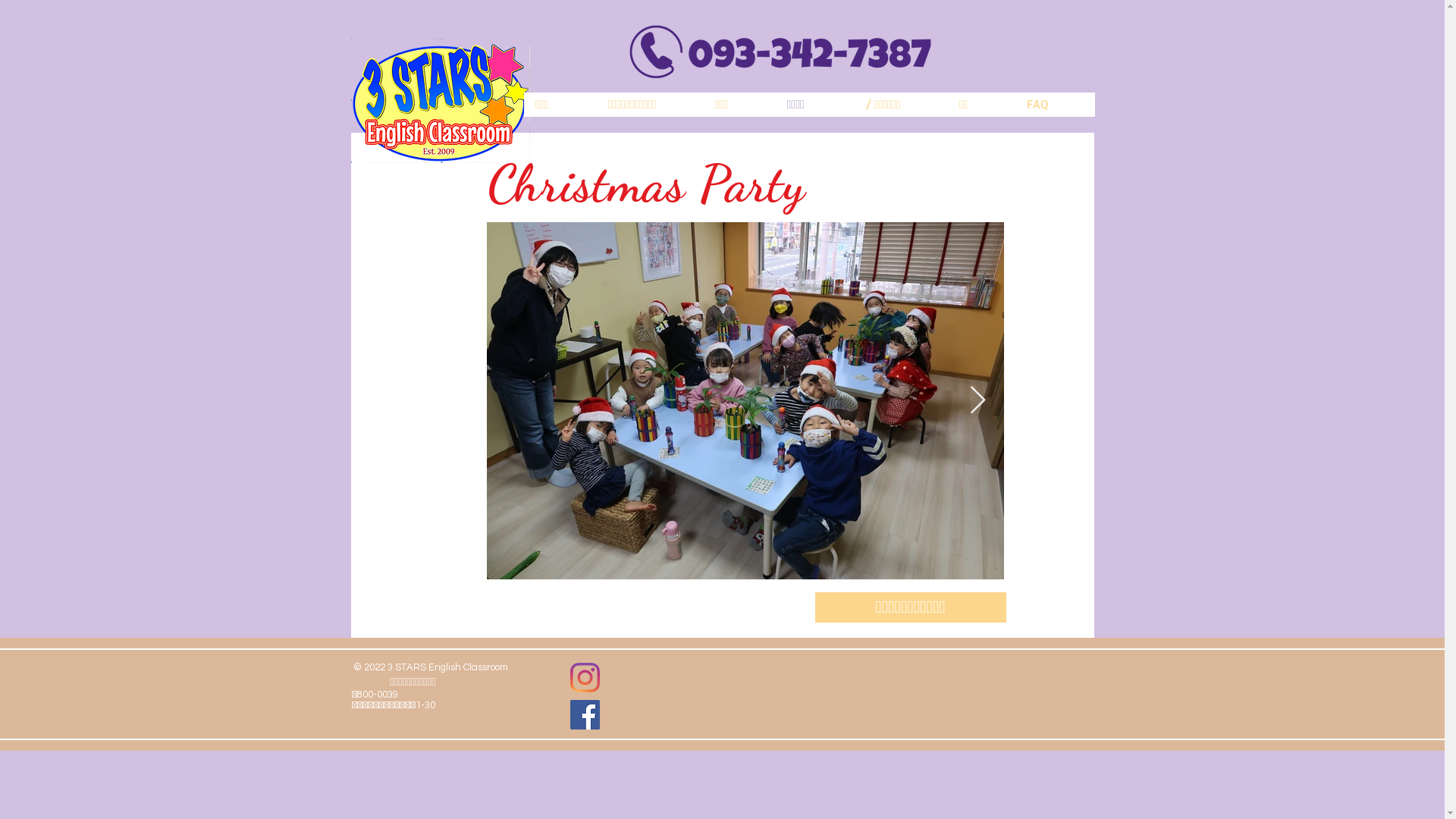 The width and height of the screenshot is (1456, 819). I want to click on 'FAQ', so click(1054, 104).